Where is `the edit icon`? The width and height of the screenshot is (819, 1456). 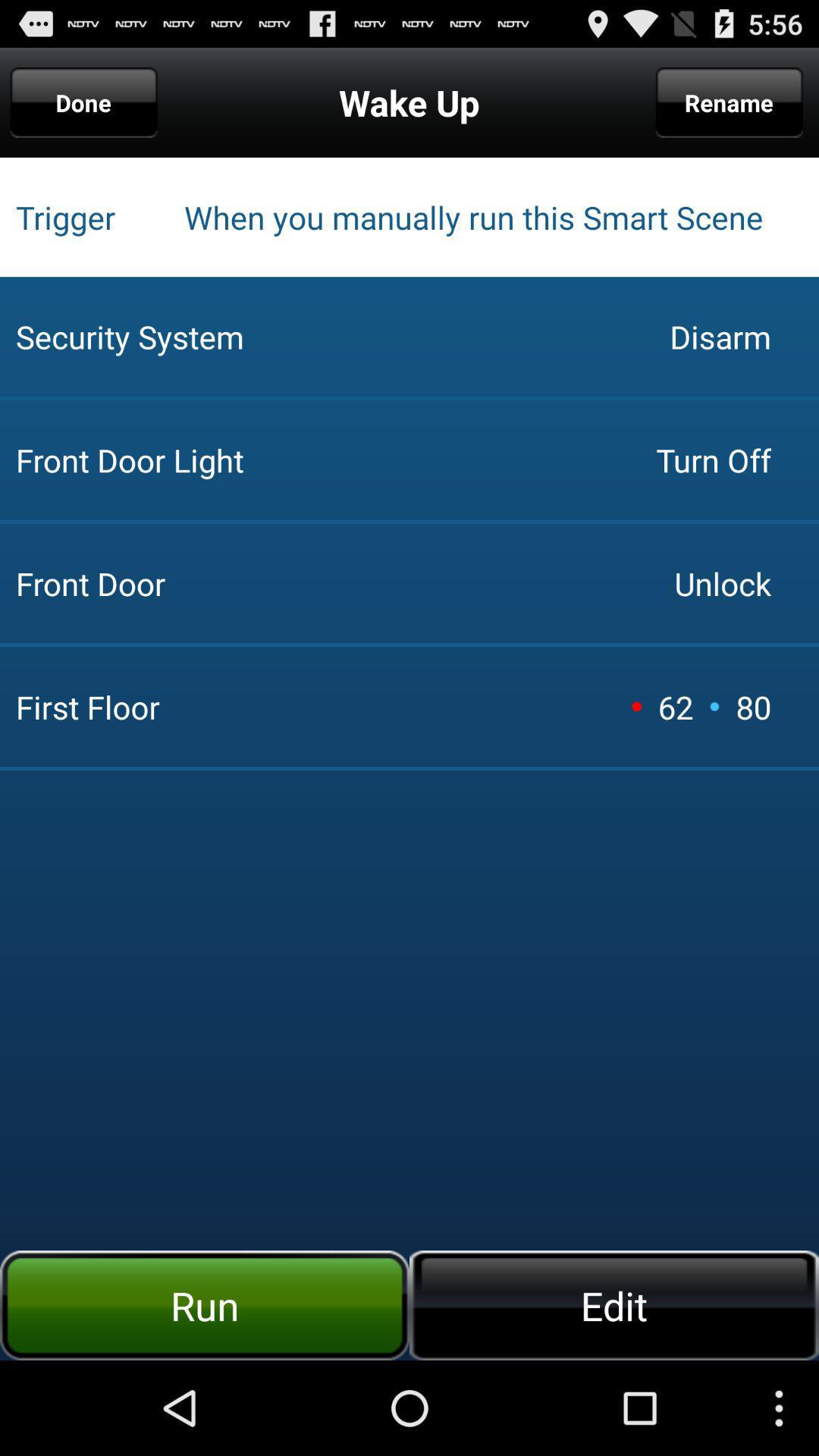 the edit icon is located at coordinates (614, 1304).